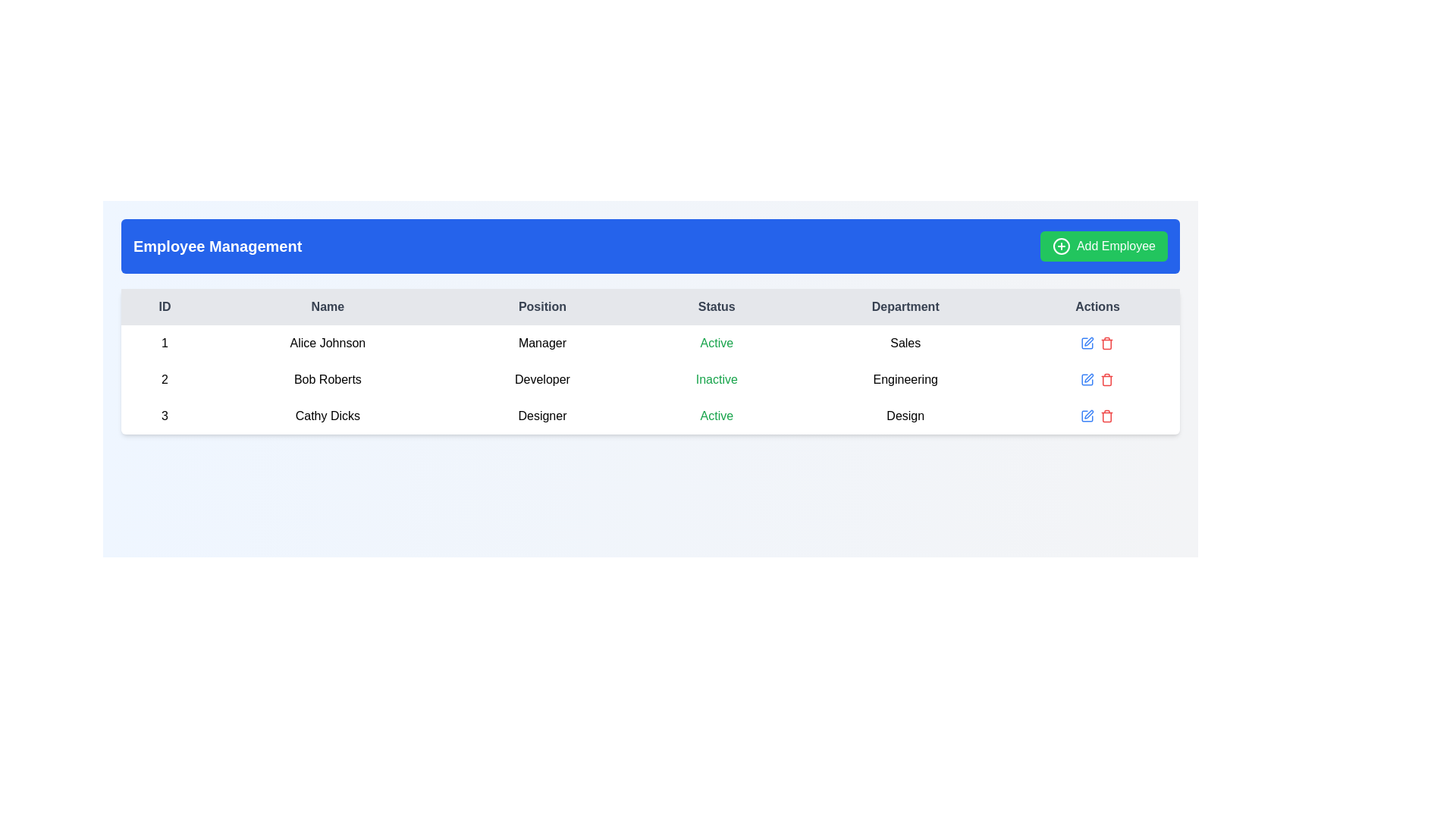  I want to click on the blue pencil icon that represents the edit action, located in the 'Actions' column of the last row of the table, to the left of the red trash bin icon, so click(1087, 416).